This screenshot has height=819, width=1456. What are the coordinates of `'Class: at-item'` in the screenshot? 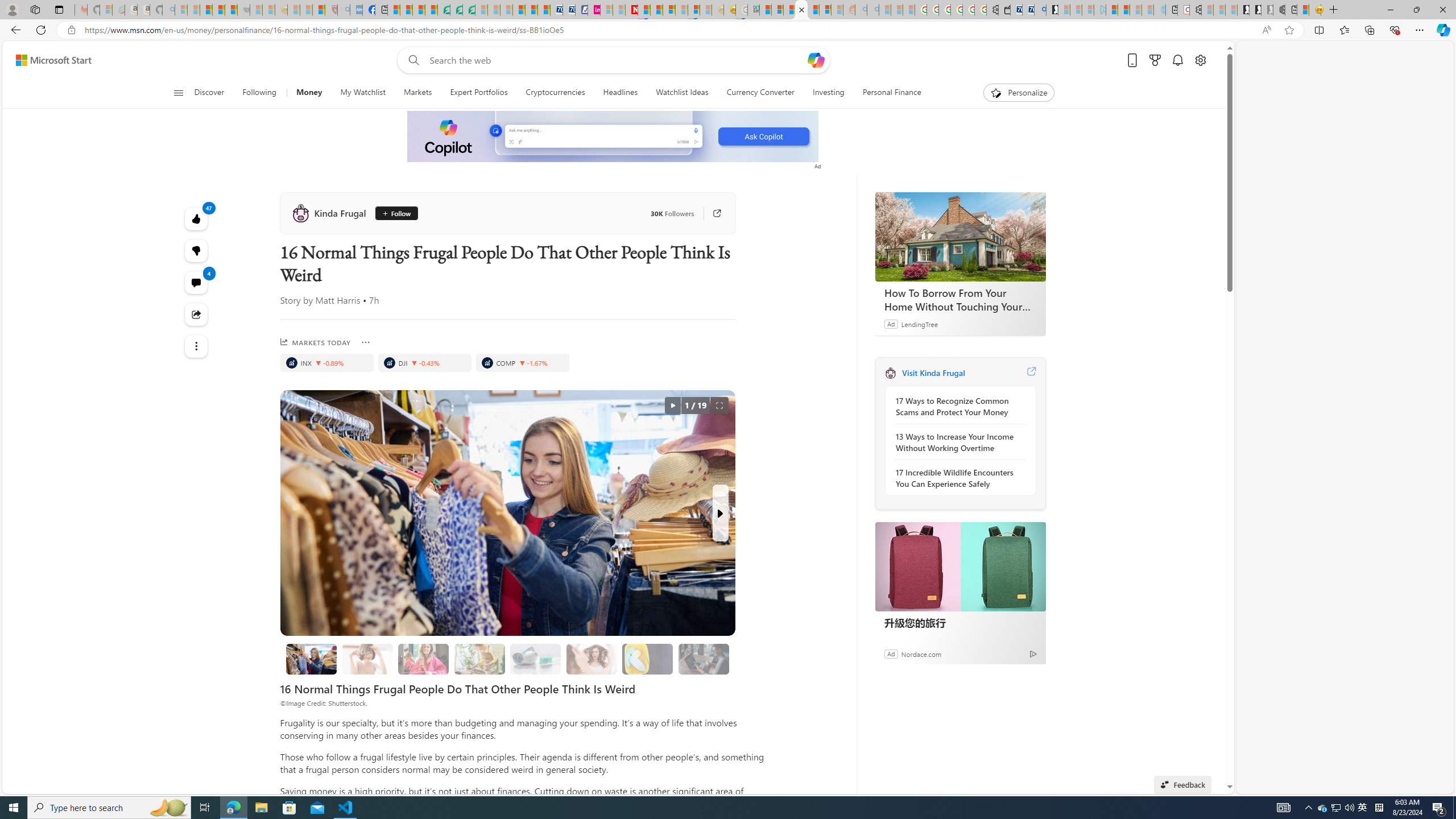 It's located at (196, 346).